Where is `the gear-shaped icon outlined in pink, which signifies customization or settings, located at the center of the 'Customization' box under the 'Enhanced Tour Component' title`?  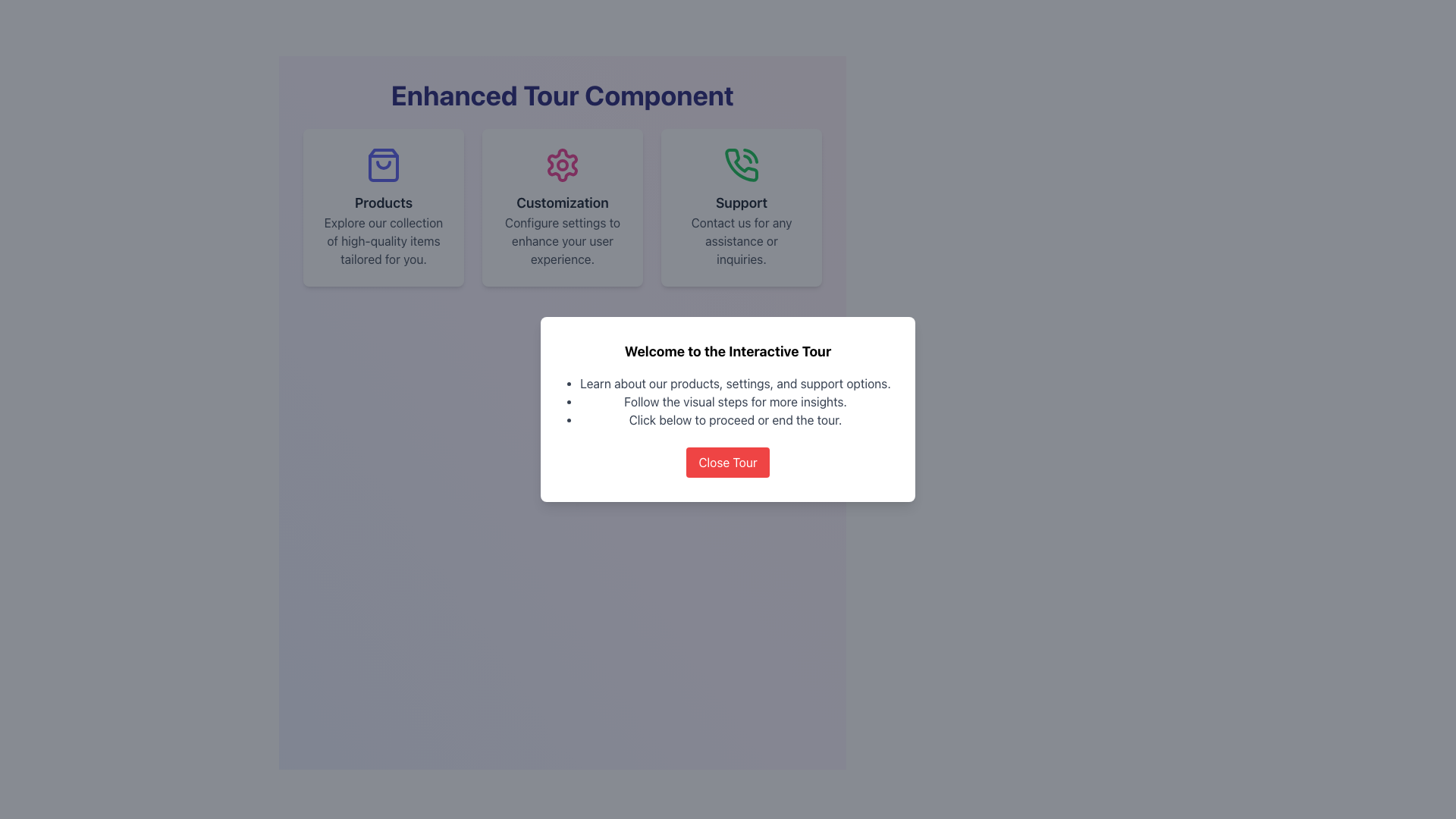 the gear-shaped icon outlined in pink, which signifies customization or settings, located at the center of the 'Customization' box under the 'Enhanced Tour Component' title is located at coordinates (562, 165).